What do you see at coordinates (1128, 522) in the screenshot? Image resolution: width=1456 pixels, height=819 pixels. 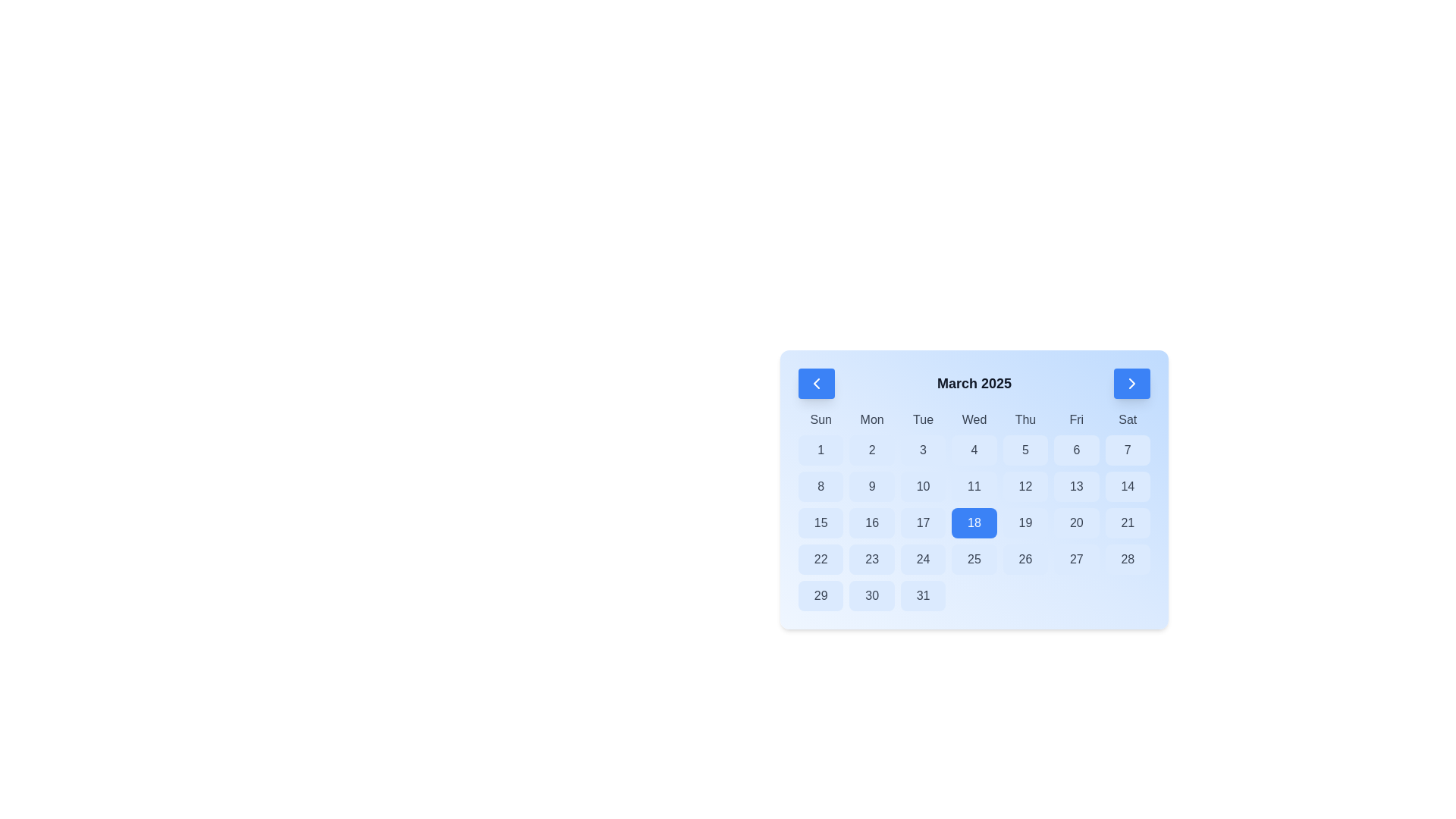 I see `the calendar button representing March 21, 2025, located` at bounding box center [1128, 522].